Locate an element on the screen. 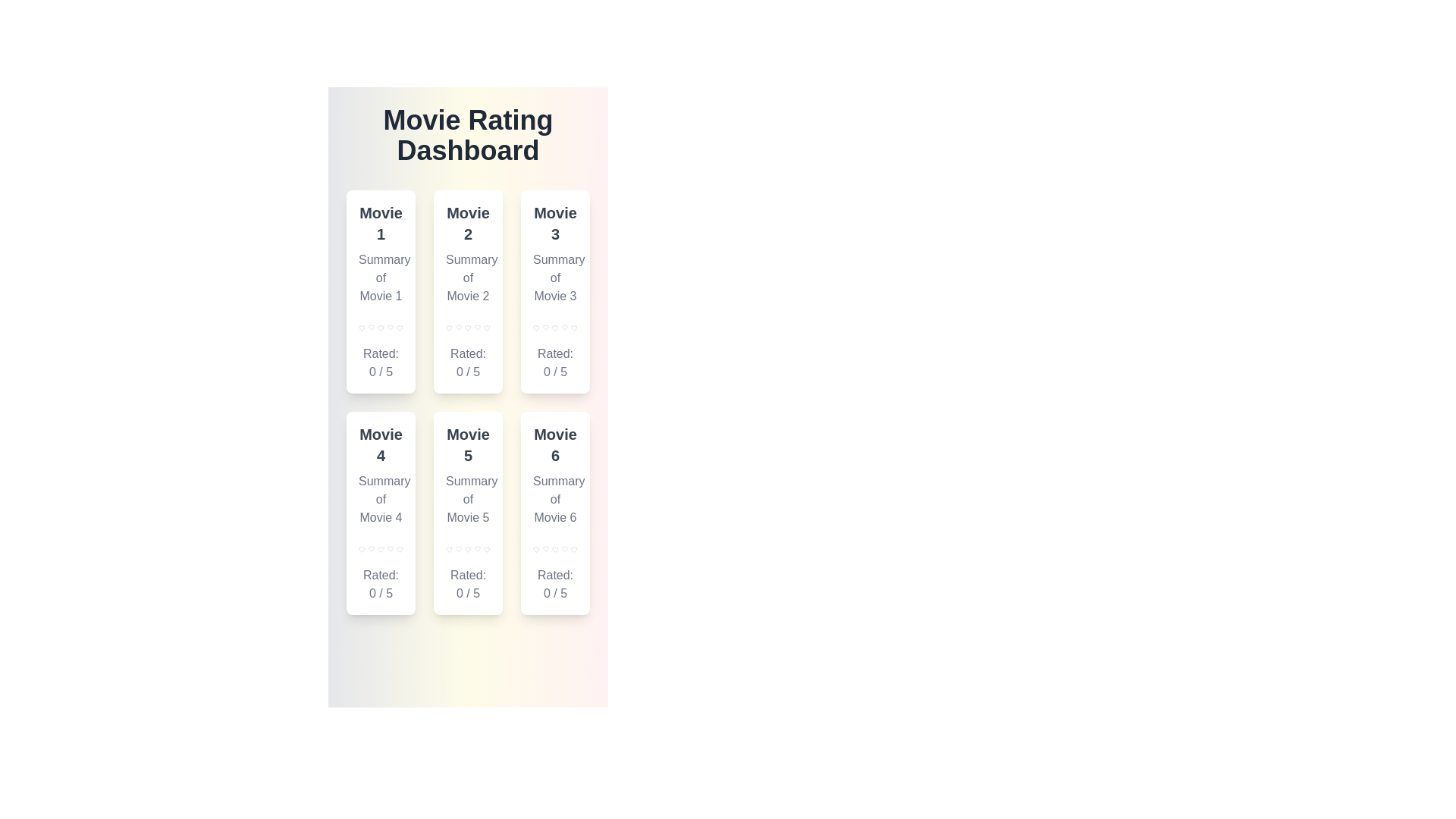 This screenshot has height=819, width=1456. the movie card for Movie 2 is located at coordinates (467, 292).